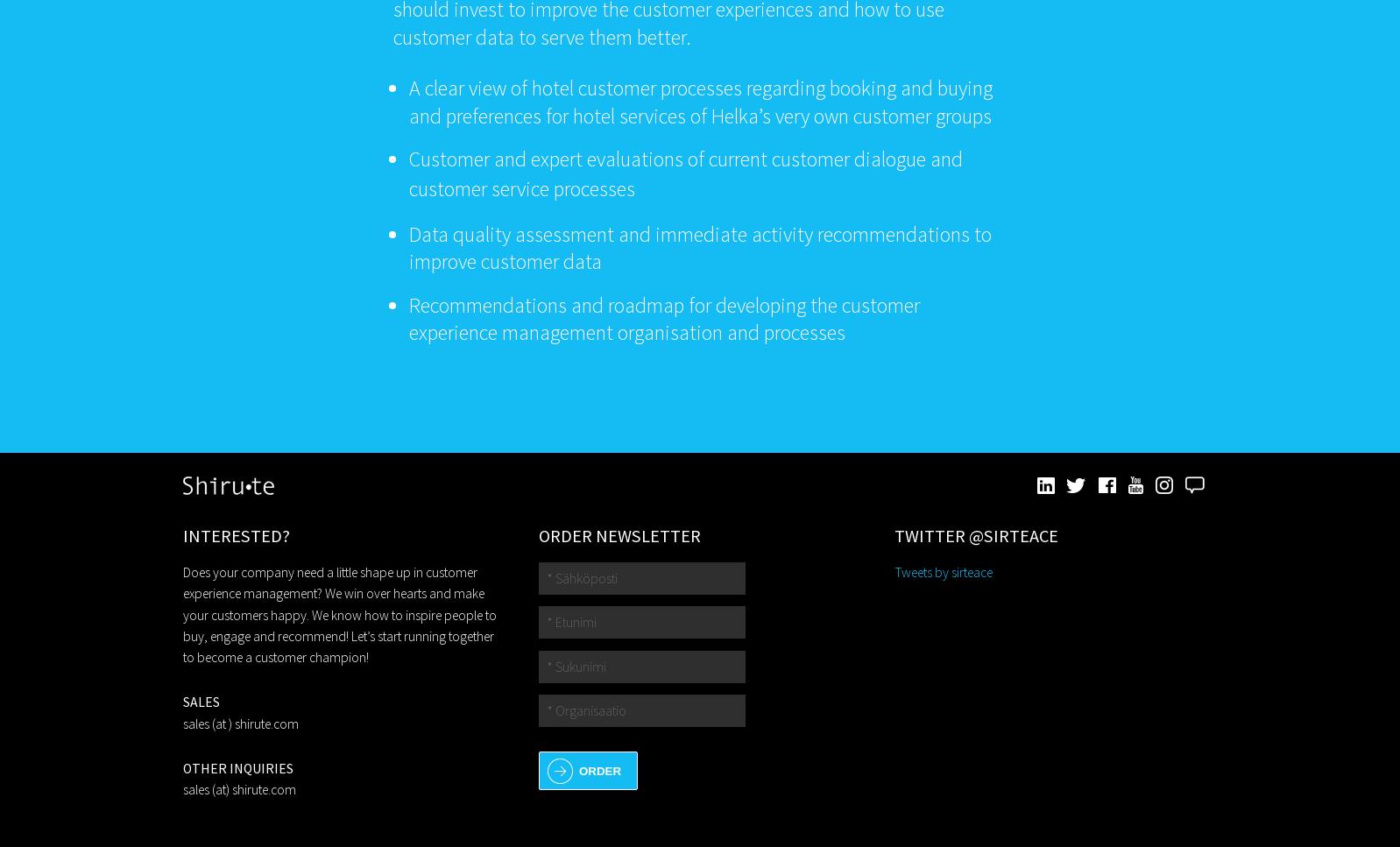 This screenshot has height=847, width=1400. What do you see at coordinates (237, 767) in the screenshot?
I see `'OTHER INQUIRIES'` at bounding box center [237, 767].